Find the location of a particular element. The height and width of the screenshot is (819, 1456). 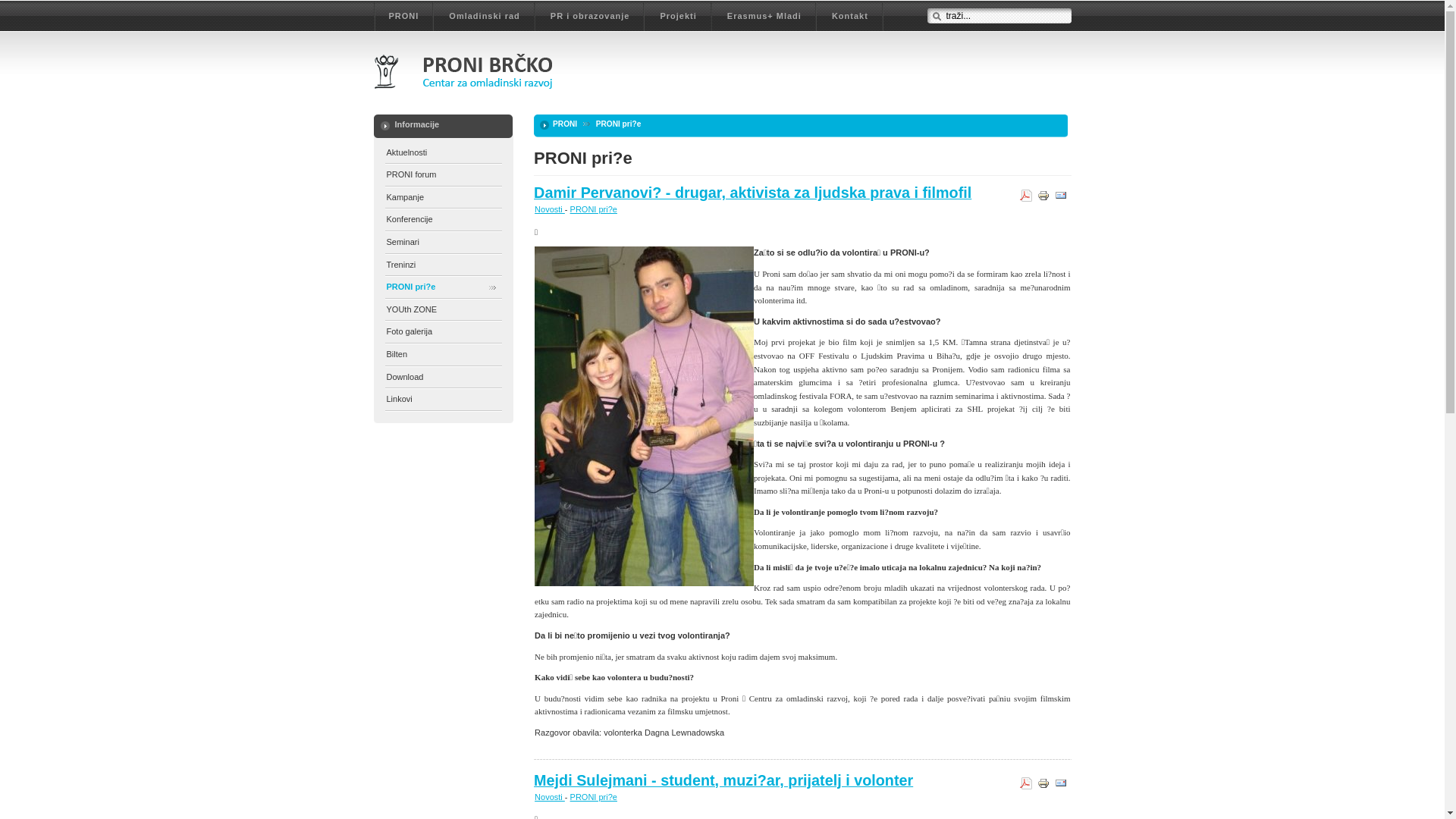

'Novosti' is located at coordinates (548, 209).